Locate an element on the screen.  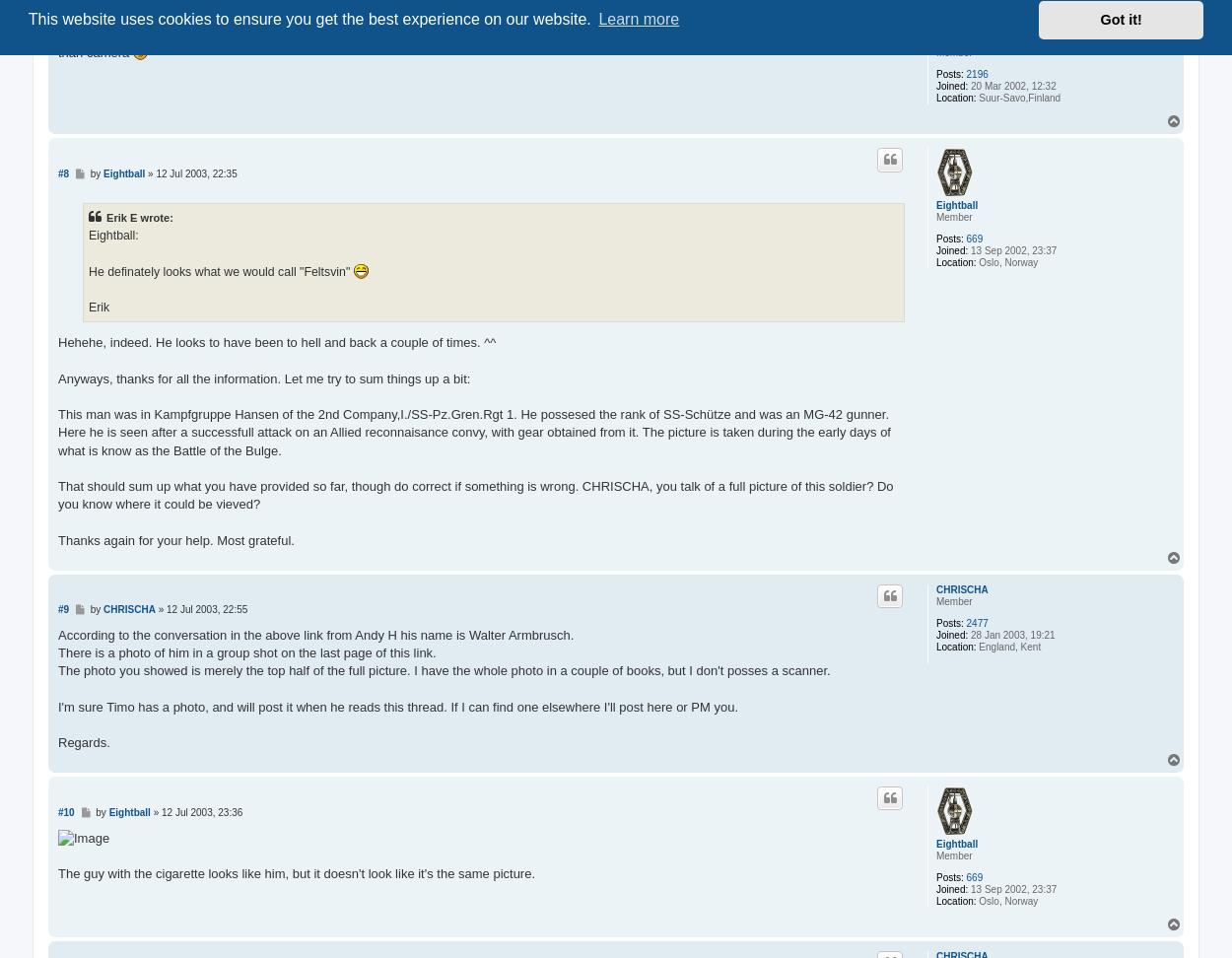
'Learn more' is located at coordinates (639, 19).